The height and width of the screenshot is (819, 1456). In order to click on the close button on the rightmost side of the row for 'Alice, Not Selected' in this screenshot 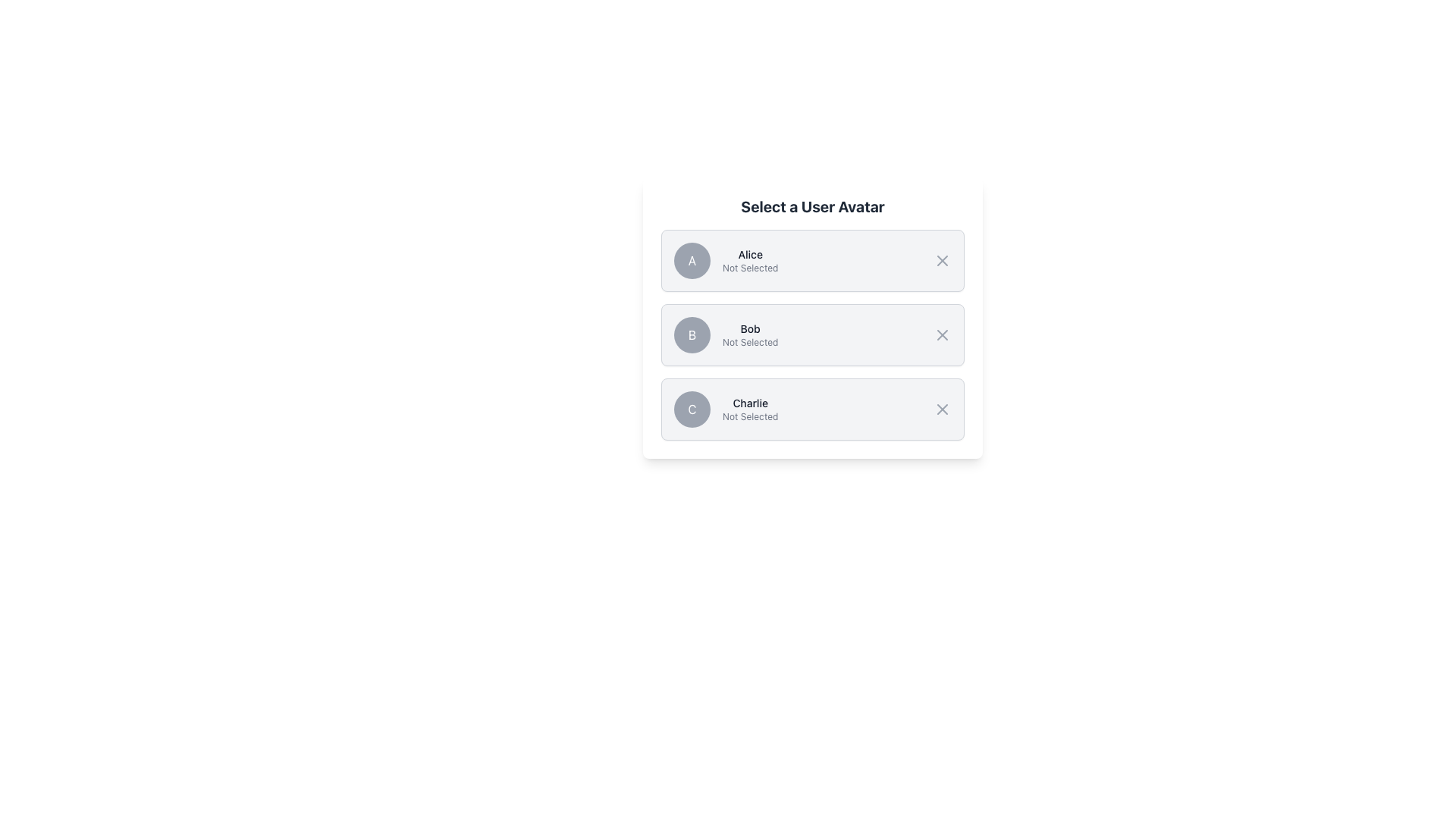, I will do `click(942, 259)`.